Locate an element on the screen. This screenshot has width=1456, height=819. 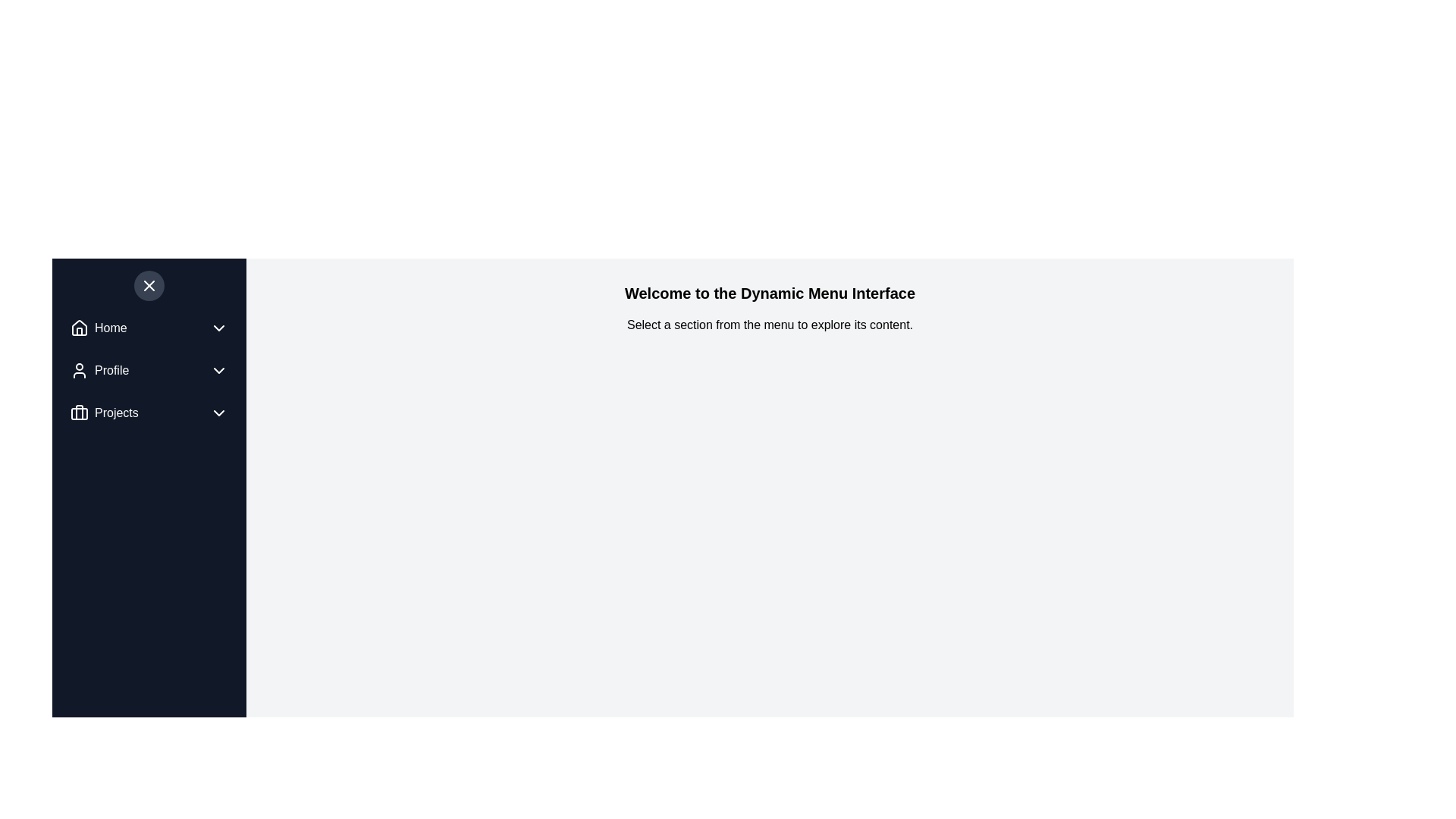
the downward-pointing chevron icon associated with the 'Home' menu item on the vertical navigation bar is located at coordinates (218, 327).